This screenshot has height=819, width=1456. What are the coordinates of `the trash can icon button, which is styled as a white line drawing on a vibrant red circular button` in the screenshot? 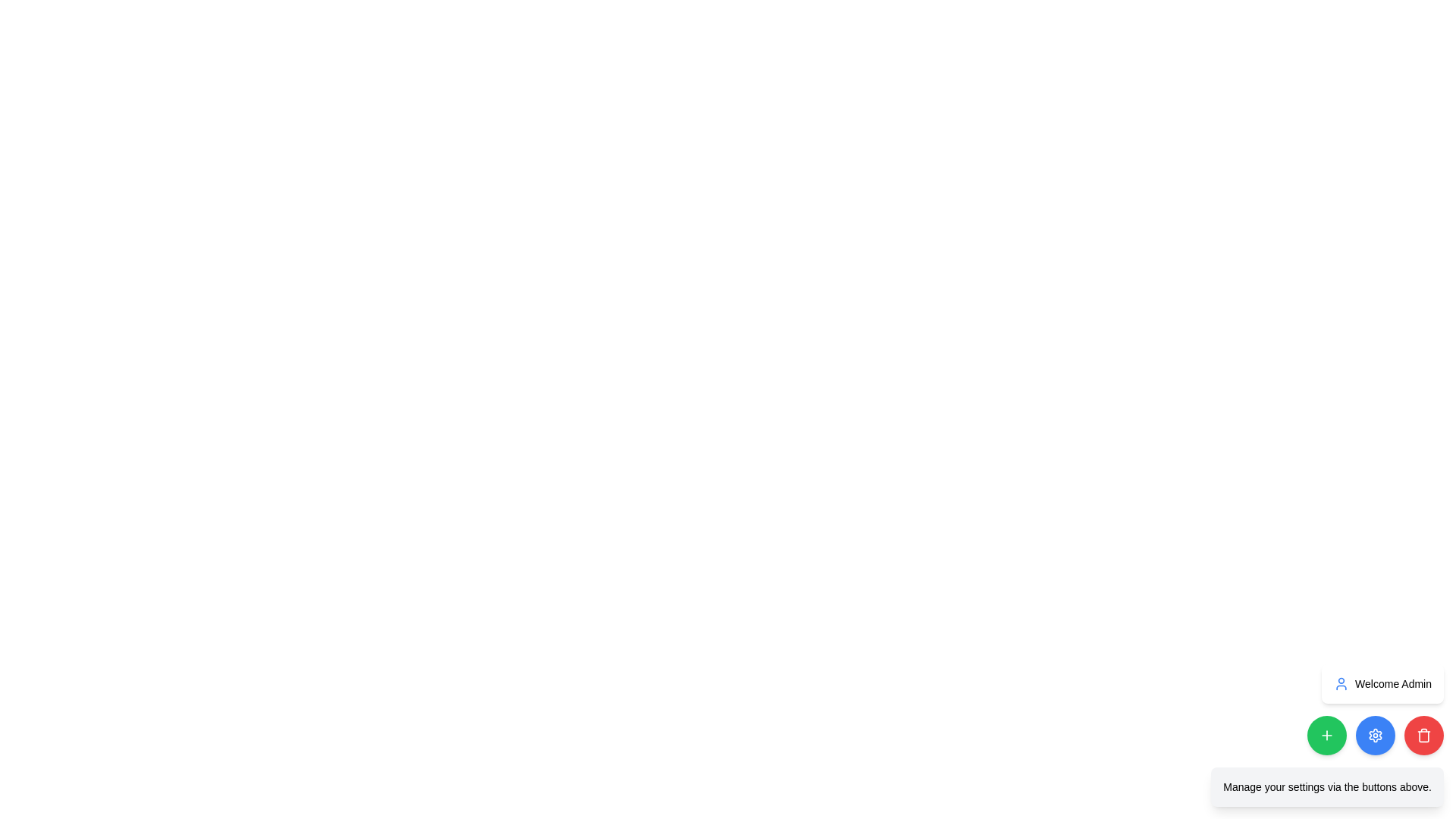 It's located at (1423, 734).